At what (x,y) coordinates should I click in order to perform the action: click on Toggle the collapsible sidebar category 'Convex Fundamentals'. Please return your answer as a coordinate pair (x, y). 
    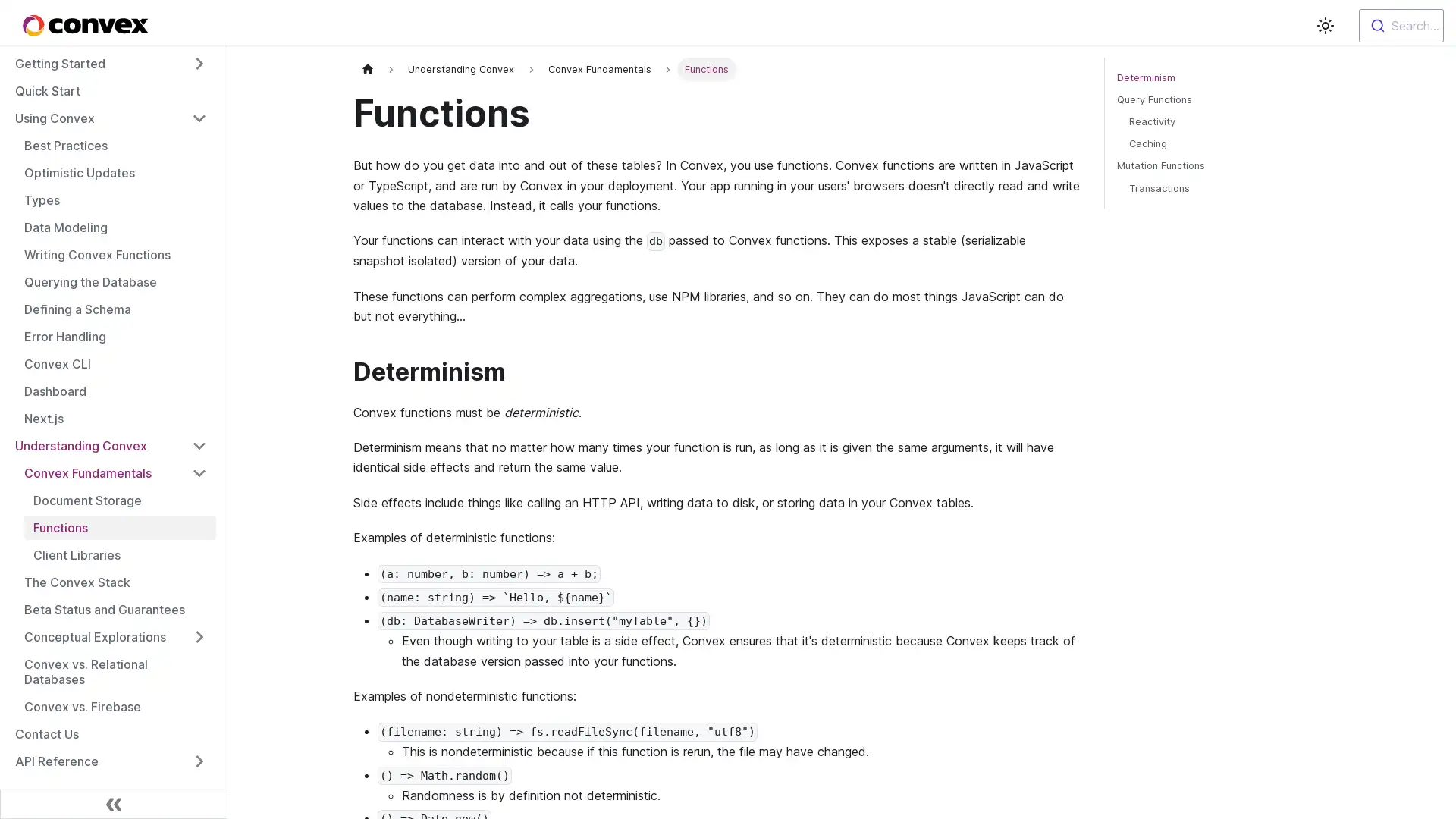
    Looking at the image, I should click on (199, 472).